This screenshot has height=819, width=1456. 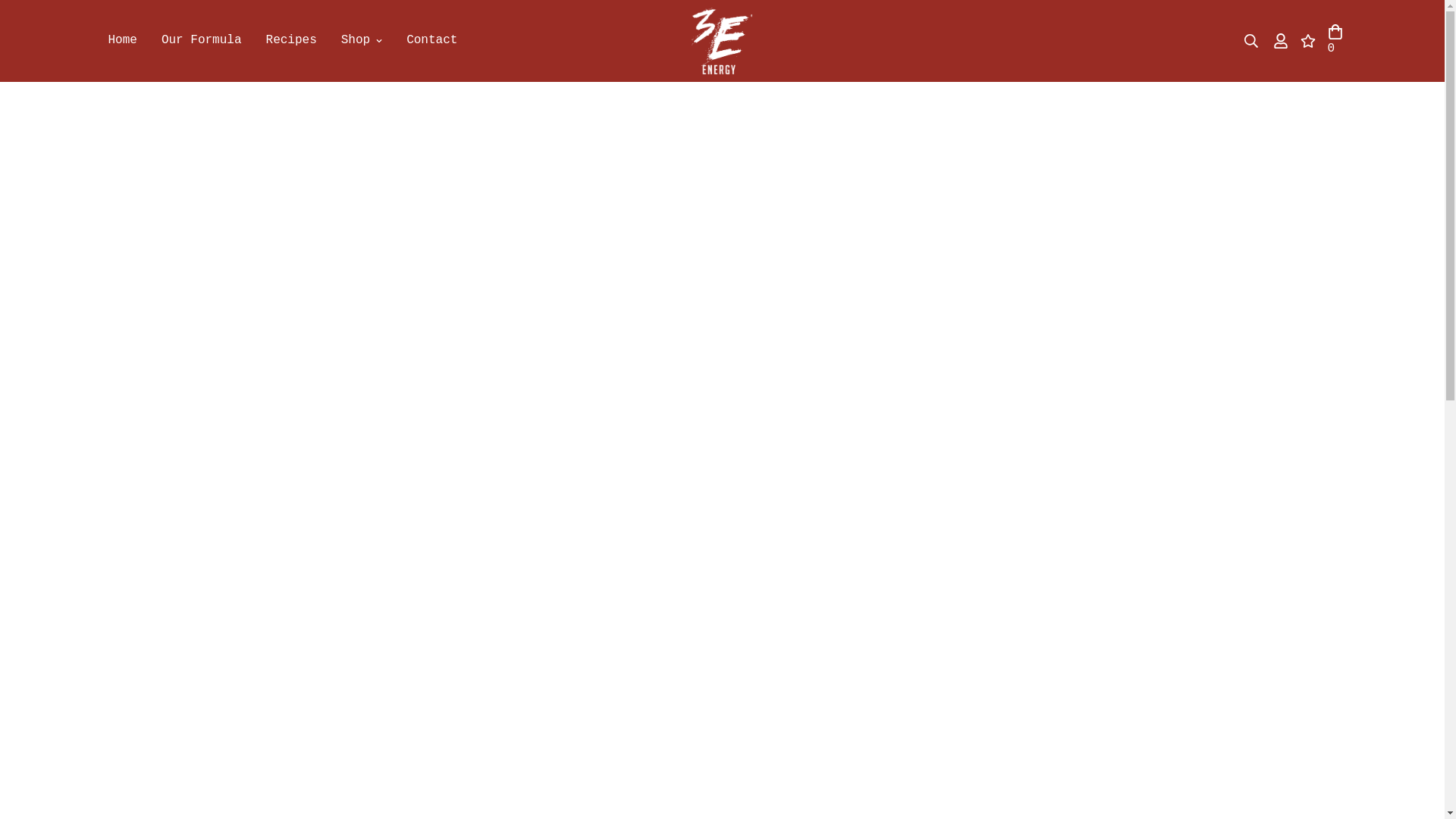 I want to click on 'Home', so click(x=122, y=39).